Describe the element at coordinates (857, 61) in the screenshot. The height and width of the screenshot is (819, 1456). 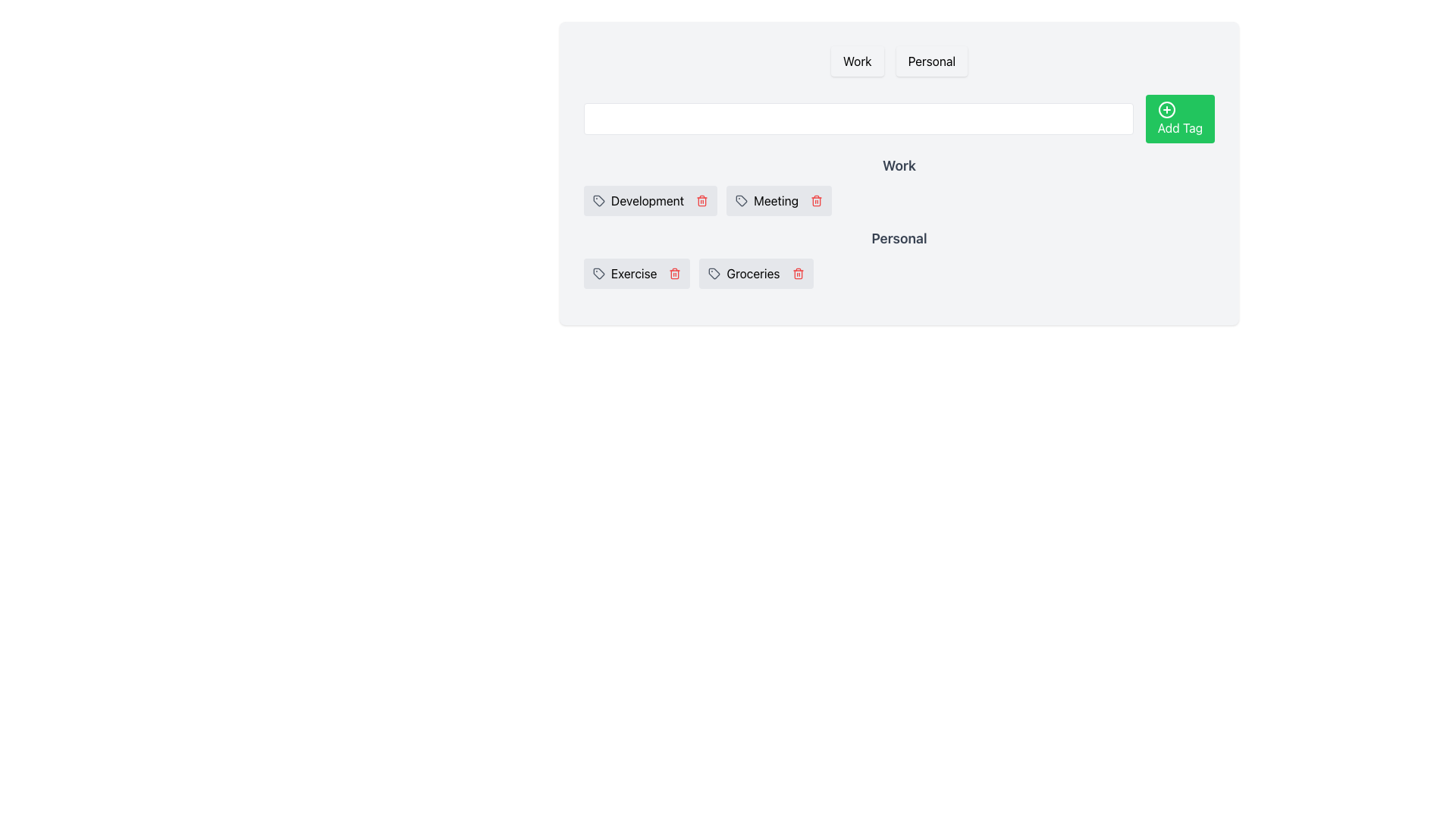
I see `the 'Work' button, which is a rounded rectangular button with bold text, located at the upper portion of the interface next to the 'Personal' button` at that location.